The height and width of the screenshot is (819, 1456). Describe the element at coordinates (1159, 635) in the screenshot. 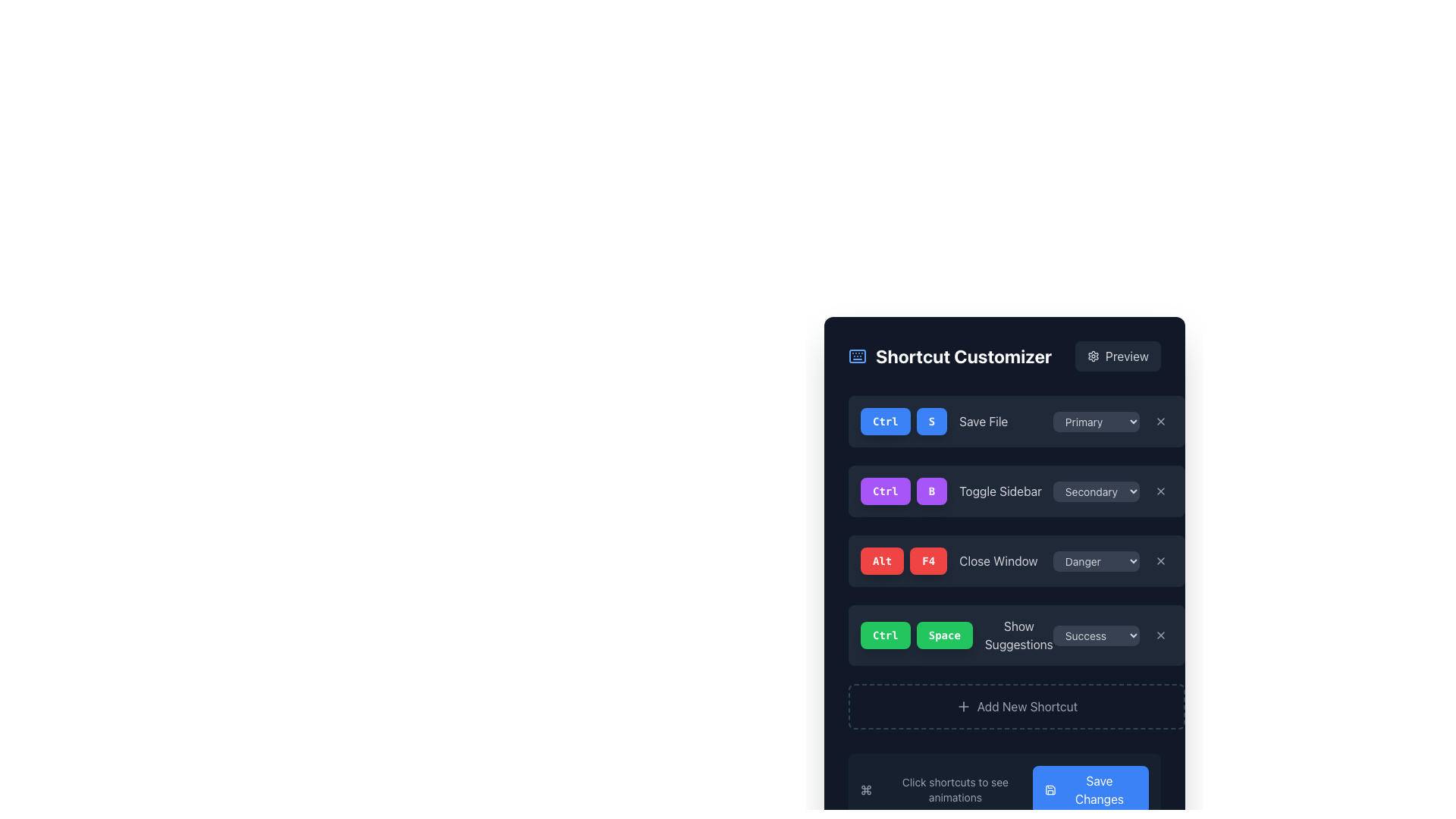

I see `the 'X' icon button located to the right of the 'Show Suggestions Success' row in the Shortcut Customizer panel, which indicates a close or delete action` at that location.